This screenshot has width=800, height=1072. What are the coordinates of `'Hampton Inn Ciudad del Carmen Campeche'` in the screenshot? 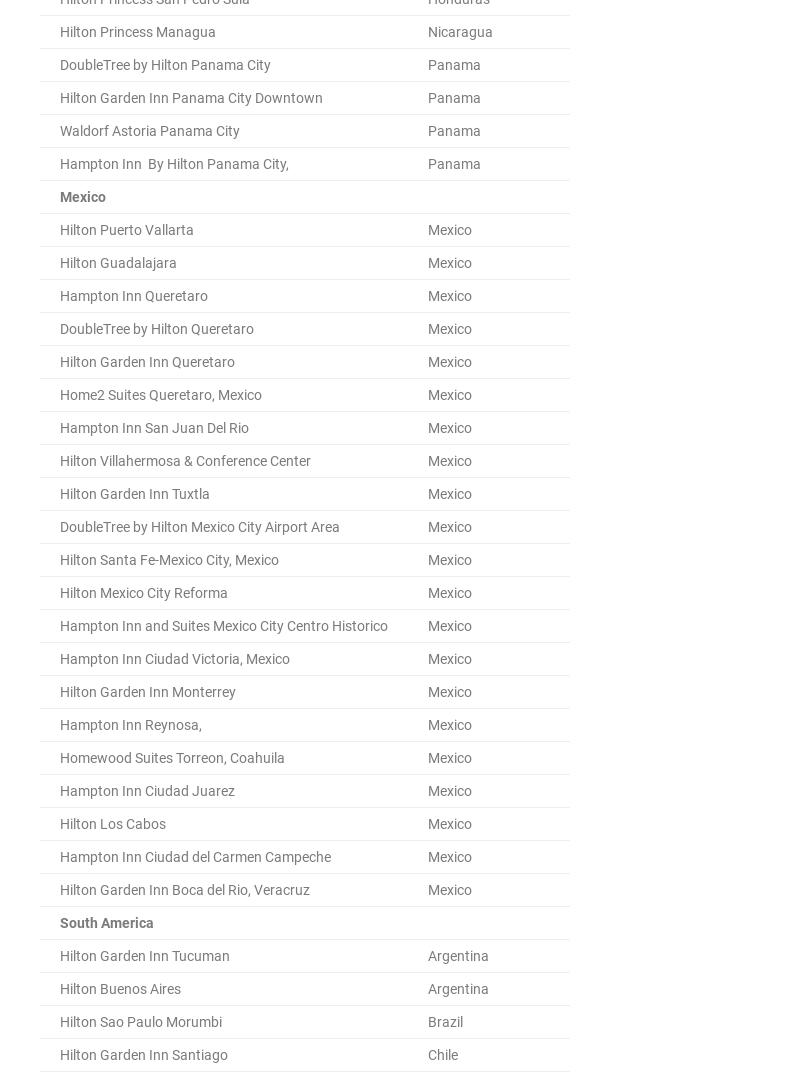 It's located at (59, 855).